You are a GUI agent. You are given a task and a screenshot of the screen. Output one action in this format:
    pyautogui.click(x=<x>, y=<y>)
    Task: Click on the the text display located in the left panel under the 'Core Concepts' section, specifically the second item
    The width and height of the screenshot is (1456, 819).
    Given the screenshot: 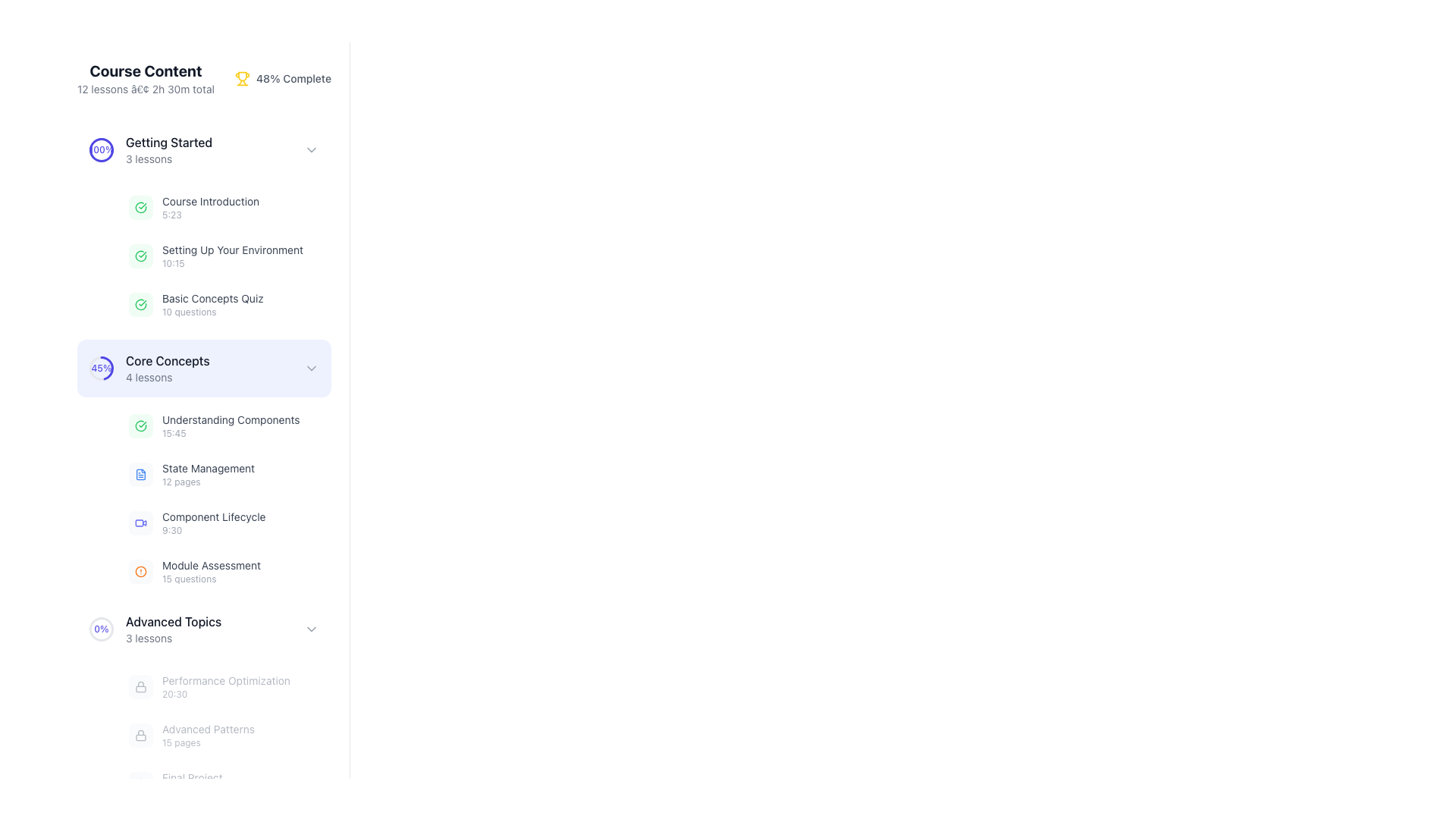 What is the action you would take?
    pyautogui.click(x=207, y=473)
    